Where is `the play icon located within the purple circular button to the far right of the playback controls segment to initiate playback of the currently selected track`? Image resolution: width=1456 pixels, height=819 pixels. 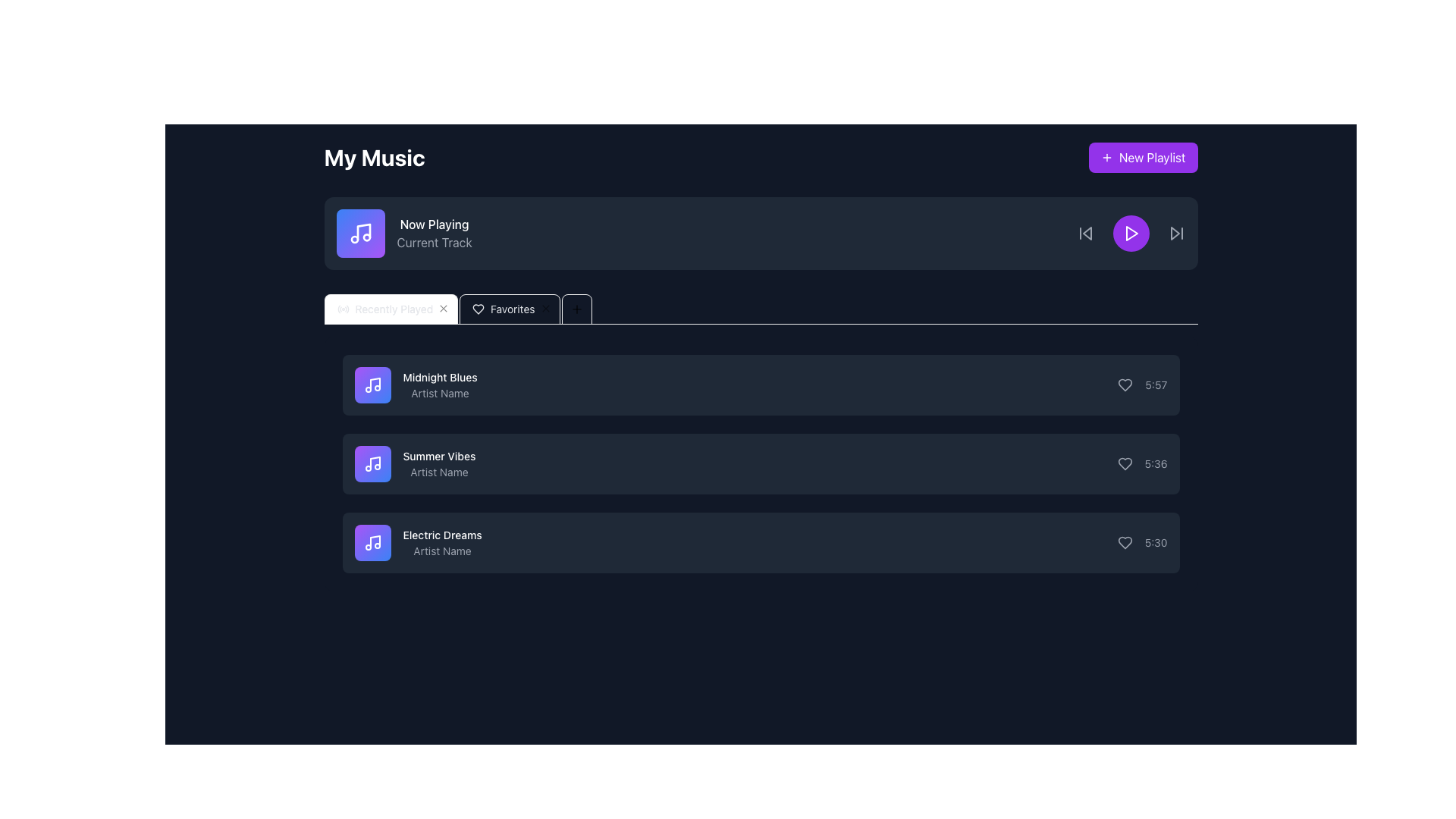
the play icon located within the purple circular button to the far right of the playback controls segment to initiate playback of the currently selected track is located at coordinates (1131, 234).